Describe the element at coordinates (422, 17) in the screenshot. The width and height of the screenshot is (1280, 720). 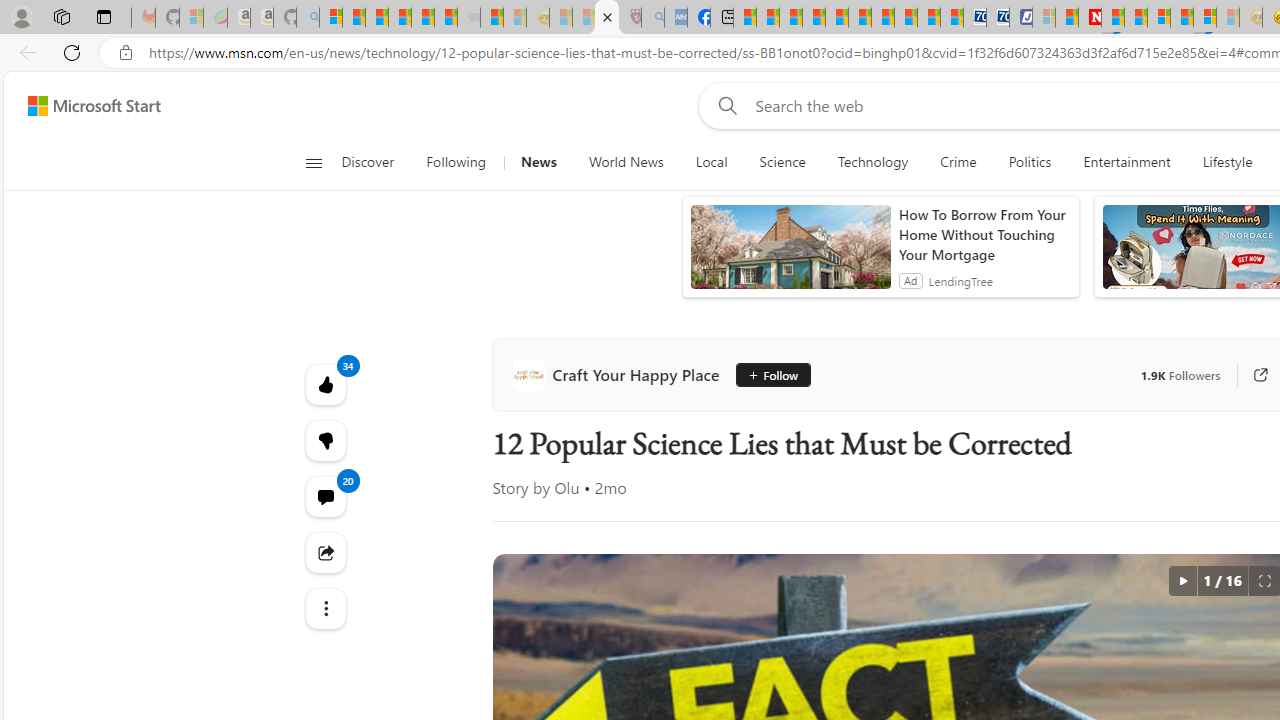
I see `'New Report Confirms 2023 Was Record Hot | Watch'` at that location.